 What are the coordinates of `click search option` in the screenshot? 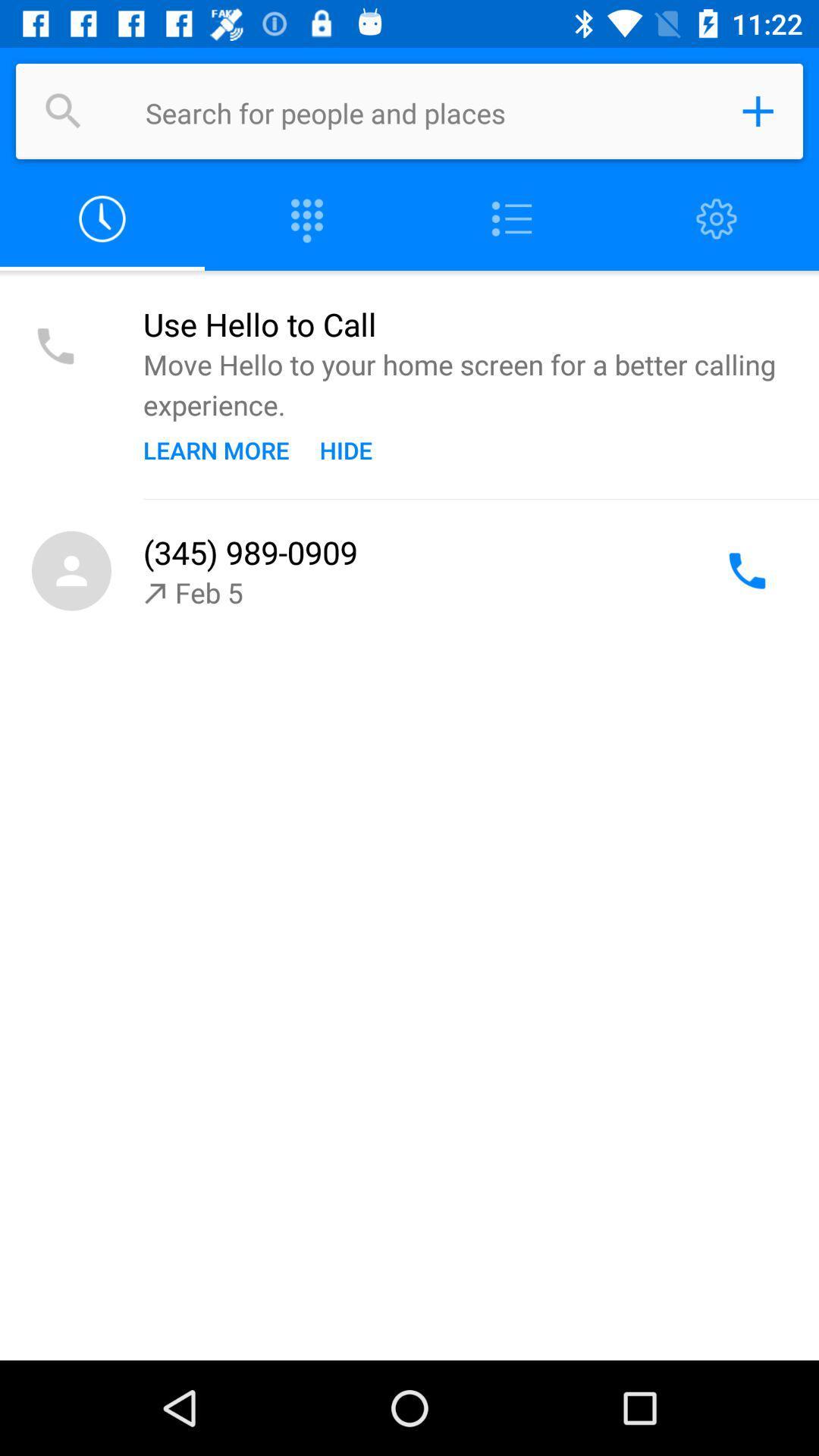 It's located at (63, 111).